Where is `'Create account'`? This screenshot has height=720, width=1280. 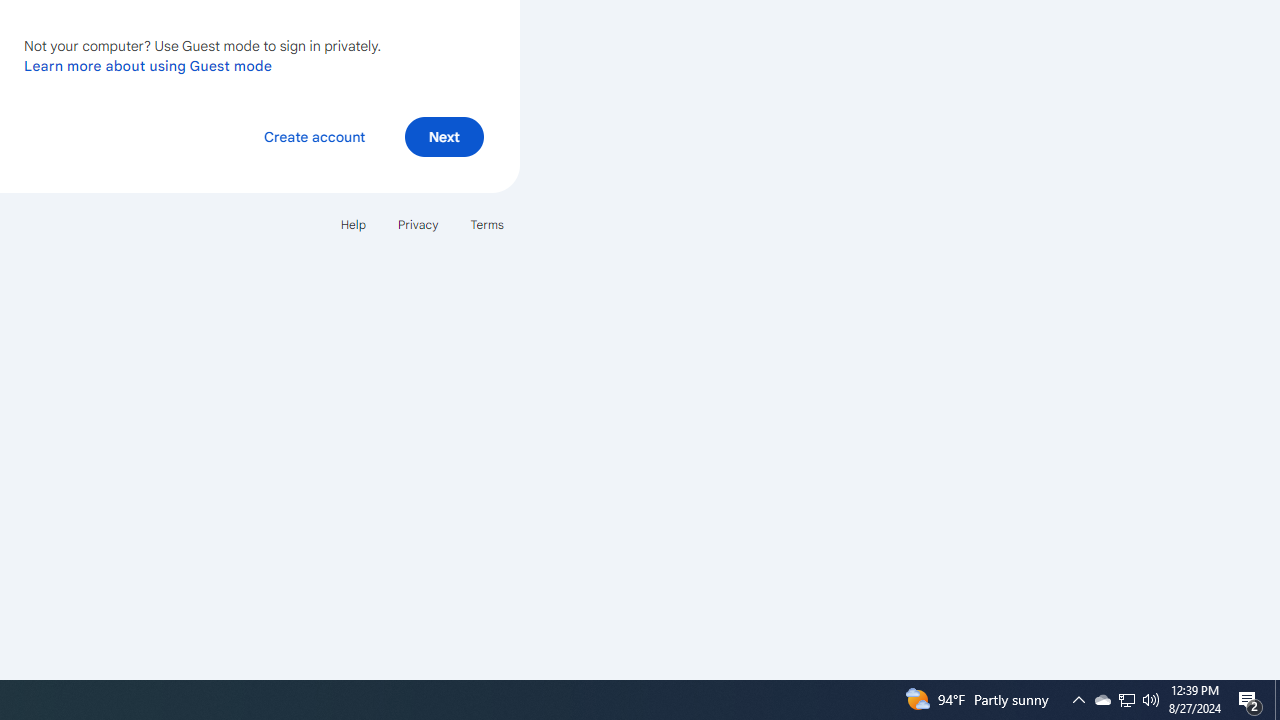
'Create account' is located at coordinates (313, 135).